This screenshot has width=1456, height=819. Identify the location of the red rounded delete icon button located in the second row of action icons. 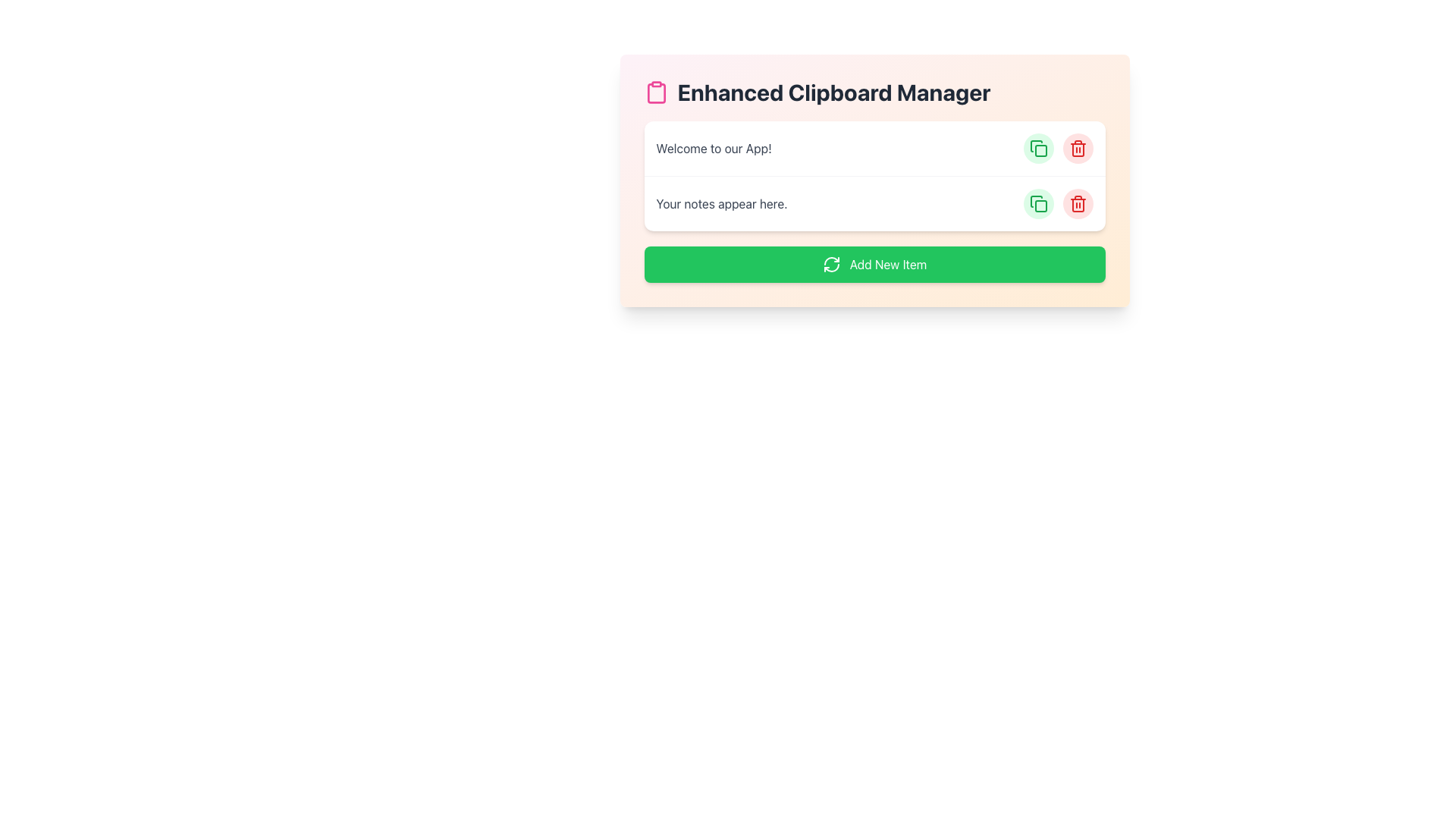
(1077, 203).